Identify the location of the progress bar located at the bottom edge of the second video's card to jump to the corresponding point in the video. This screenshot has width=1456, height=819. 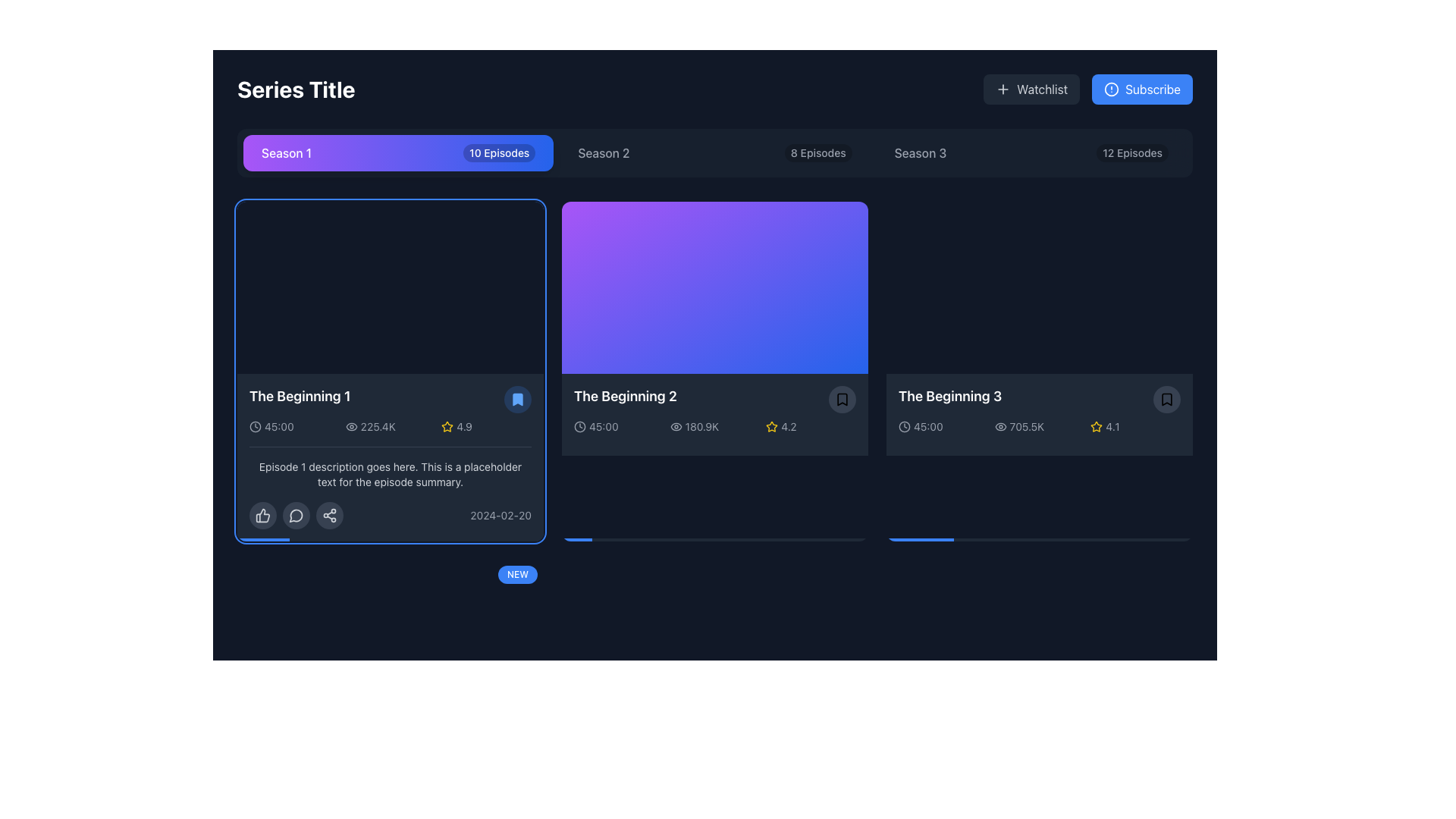
(714, 539).